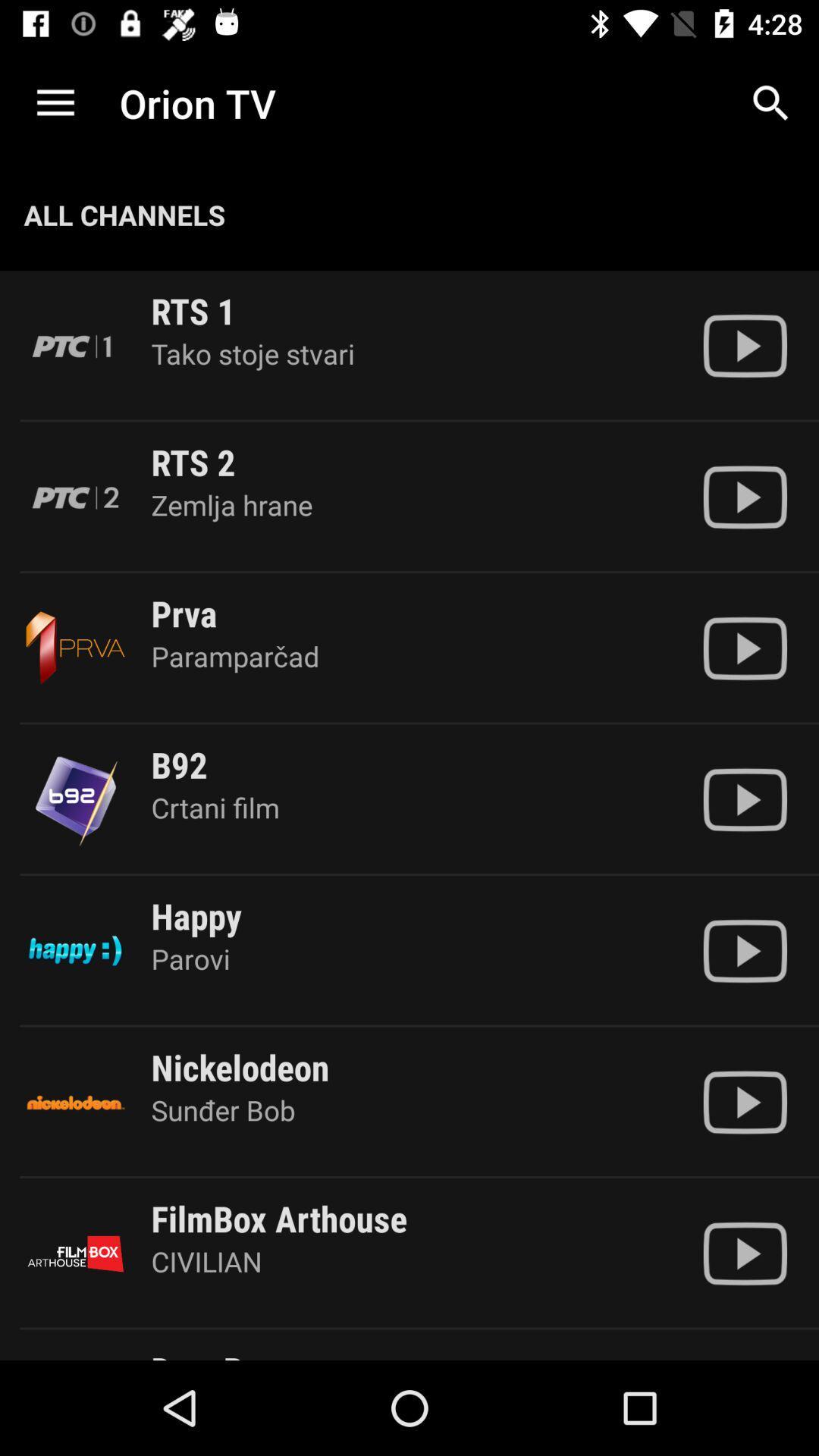 This screenshot has height=1456, width=819. Describe the element at coordinates (124, 214) in the screenshot. I see `all channels icon` at that location.